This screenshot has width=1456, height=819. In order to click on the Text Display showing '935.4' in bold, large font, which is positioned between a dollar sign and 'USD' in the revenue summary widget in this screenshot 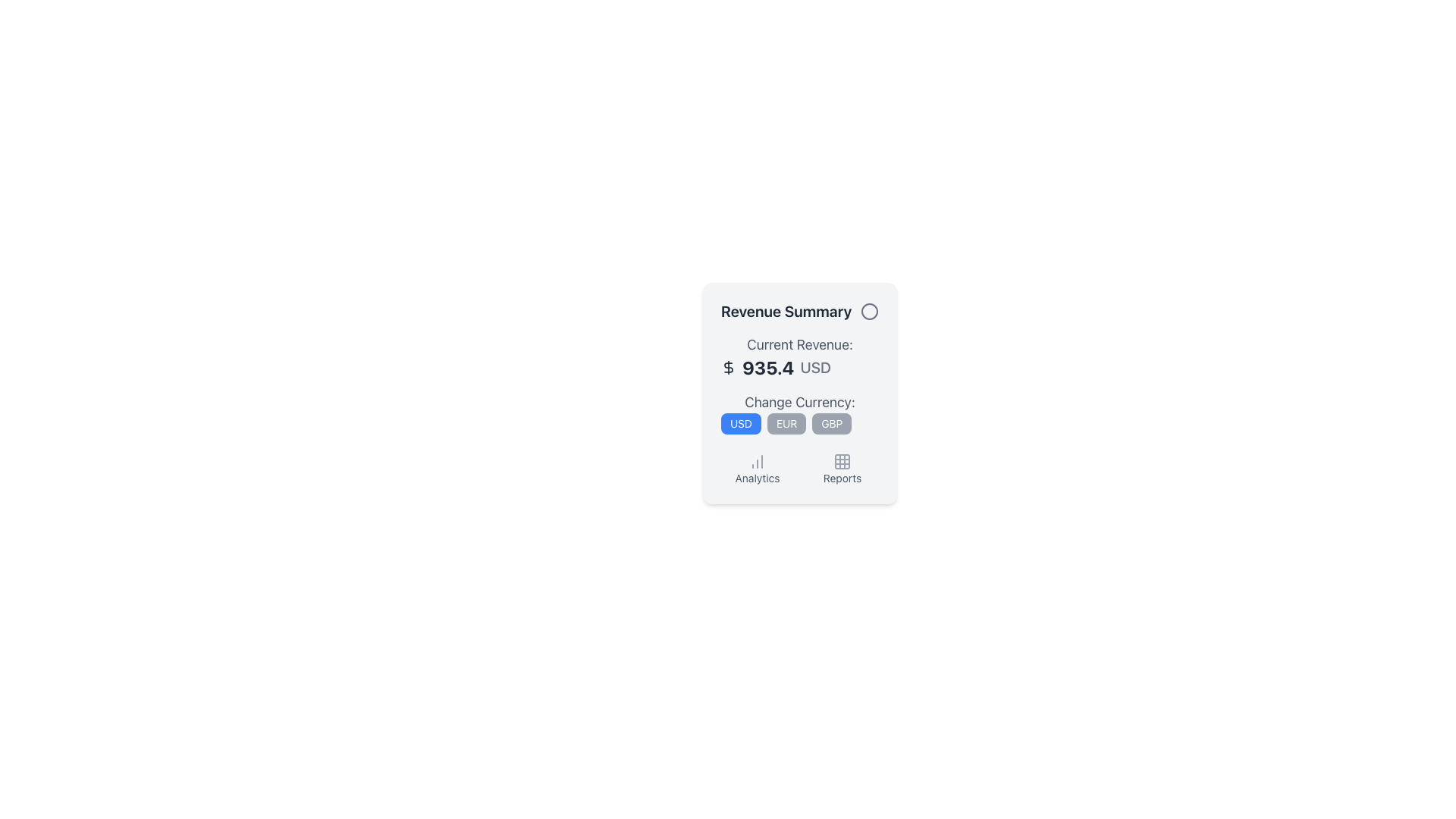, I will do `click(768, 368)`.